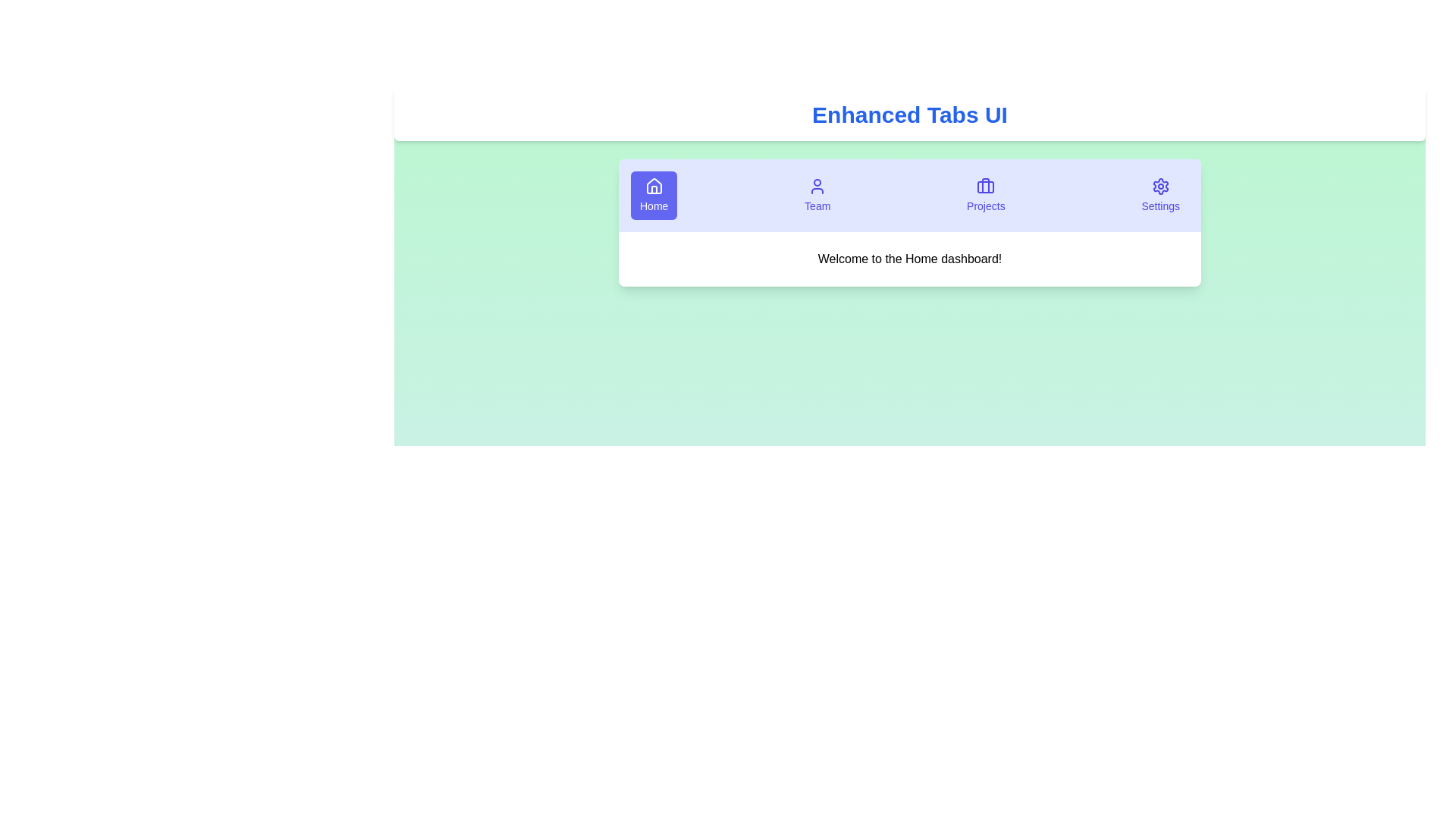  What do you see at coordinates (1159, 186) in the screenshot?
I see `the settings icon represented as a cogwheel located in the settings tab on the rightmost side of the navigation bar` at bounding box center [1159, 186].